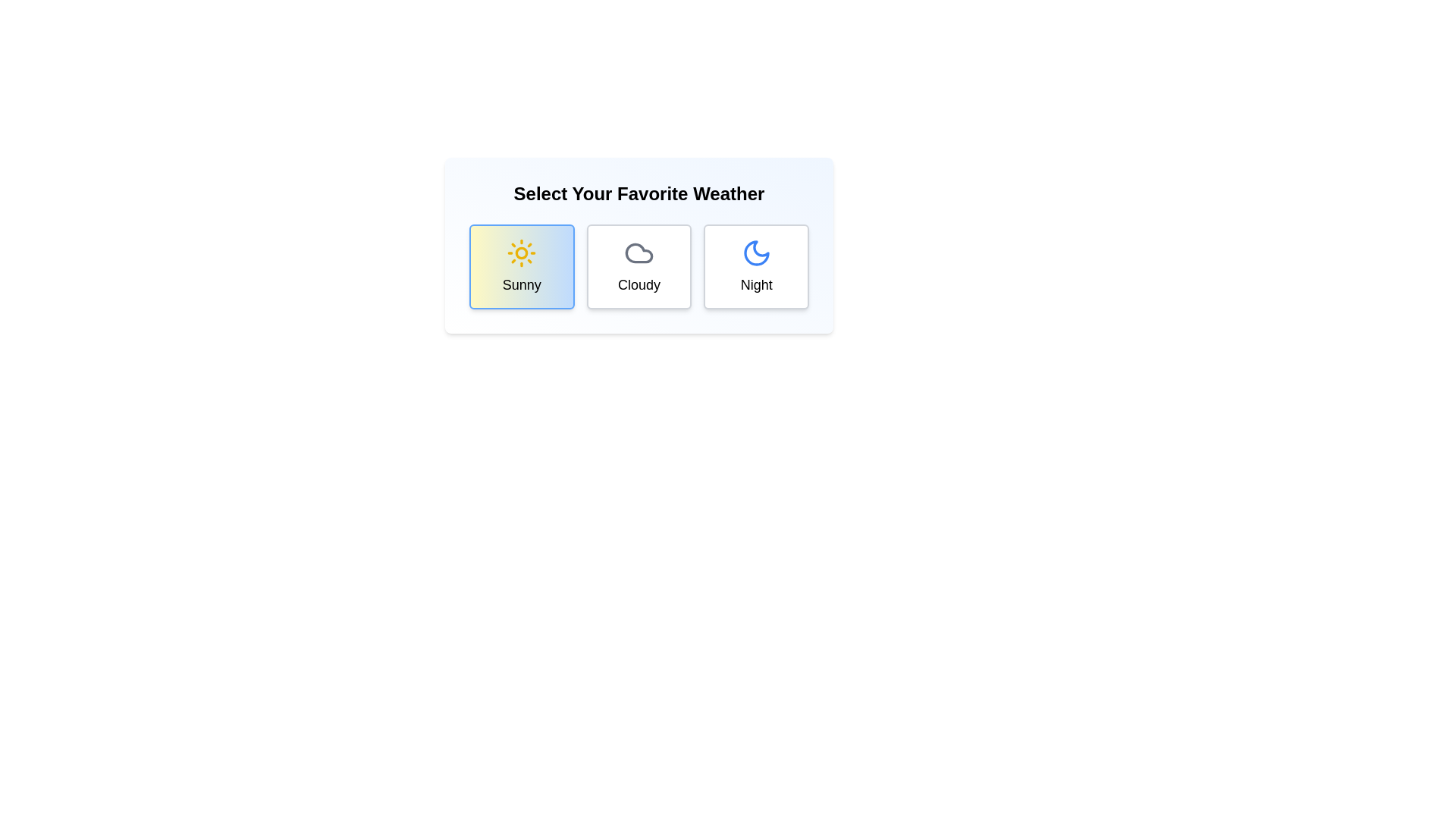 Image resolution: width=1456 pixels, height=819 pixels. What do you see at coordinates (756, 253) in the screenshot?
I see `the 'Night' option icon in the weather selection interface` at bounding box center [756, 253].